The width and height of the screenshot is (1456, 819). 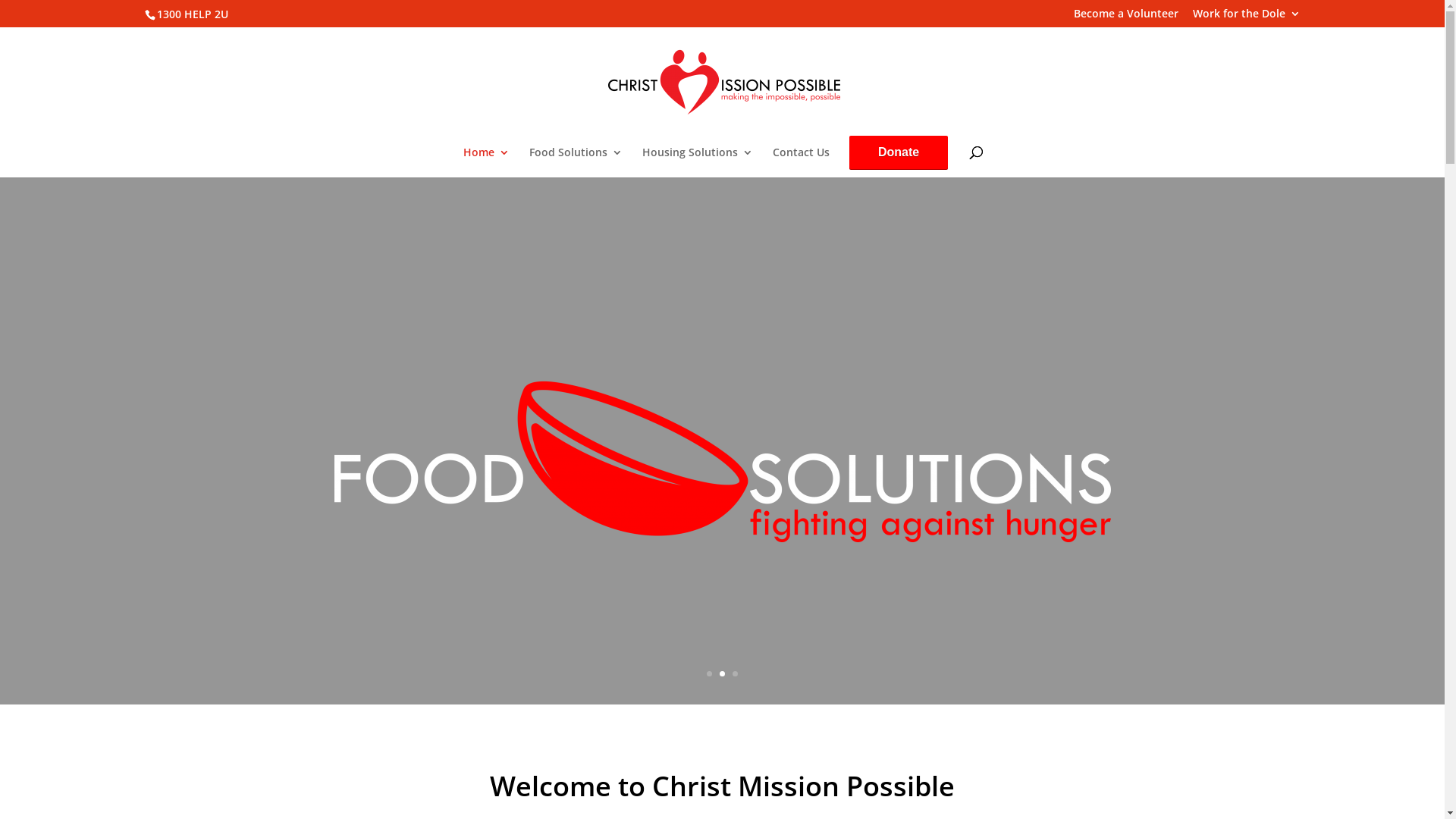 What do you see at coordinates (708, 673) in the screenshot?
I see `'1'` at bounding box center [708, 673].